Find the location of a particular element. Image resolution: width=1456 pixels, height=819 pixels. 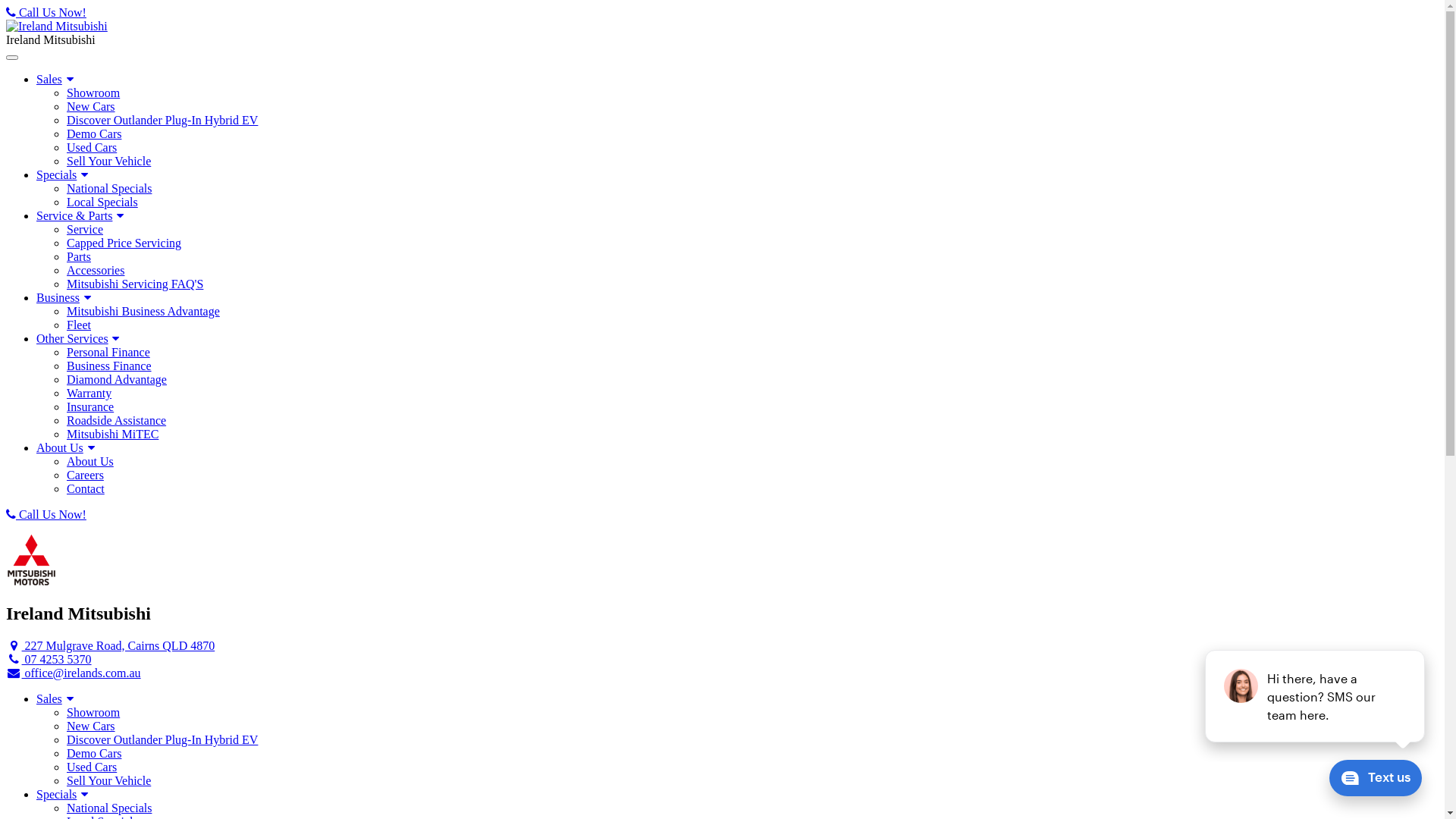

'Service & Parts' is located at coordinates (81, 215).